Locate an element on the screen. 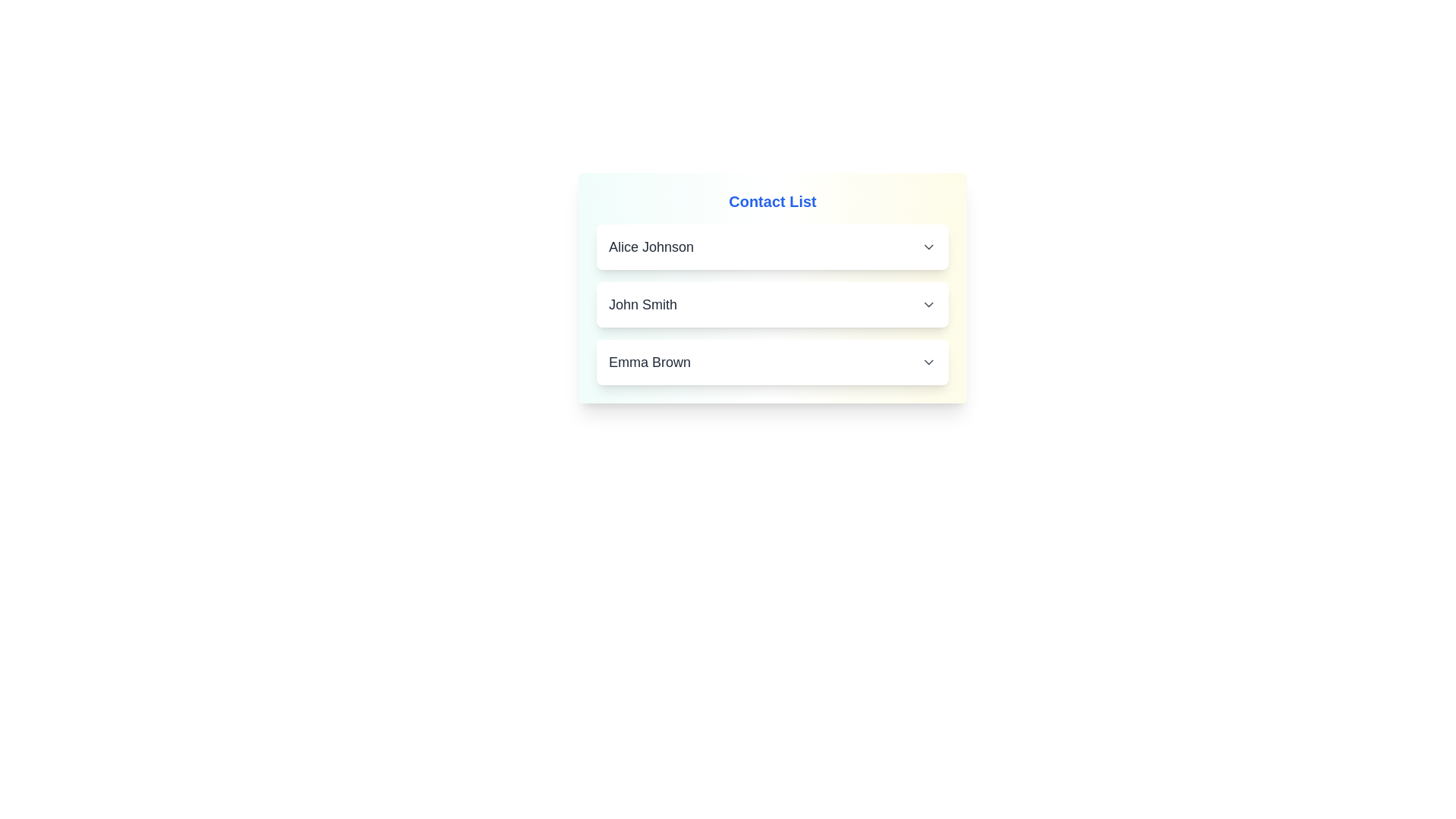  the contact Alice Johnson and copy its details is located at coordinates (772, 246).